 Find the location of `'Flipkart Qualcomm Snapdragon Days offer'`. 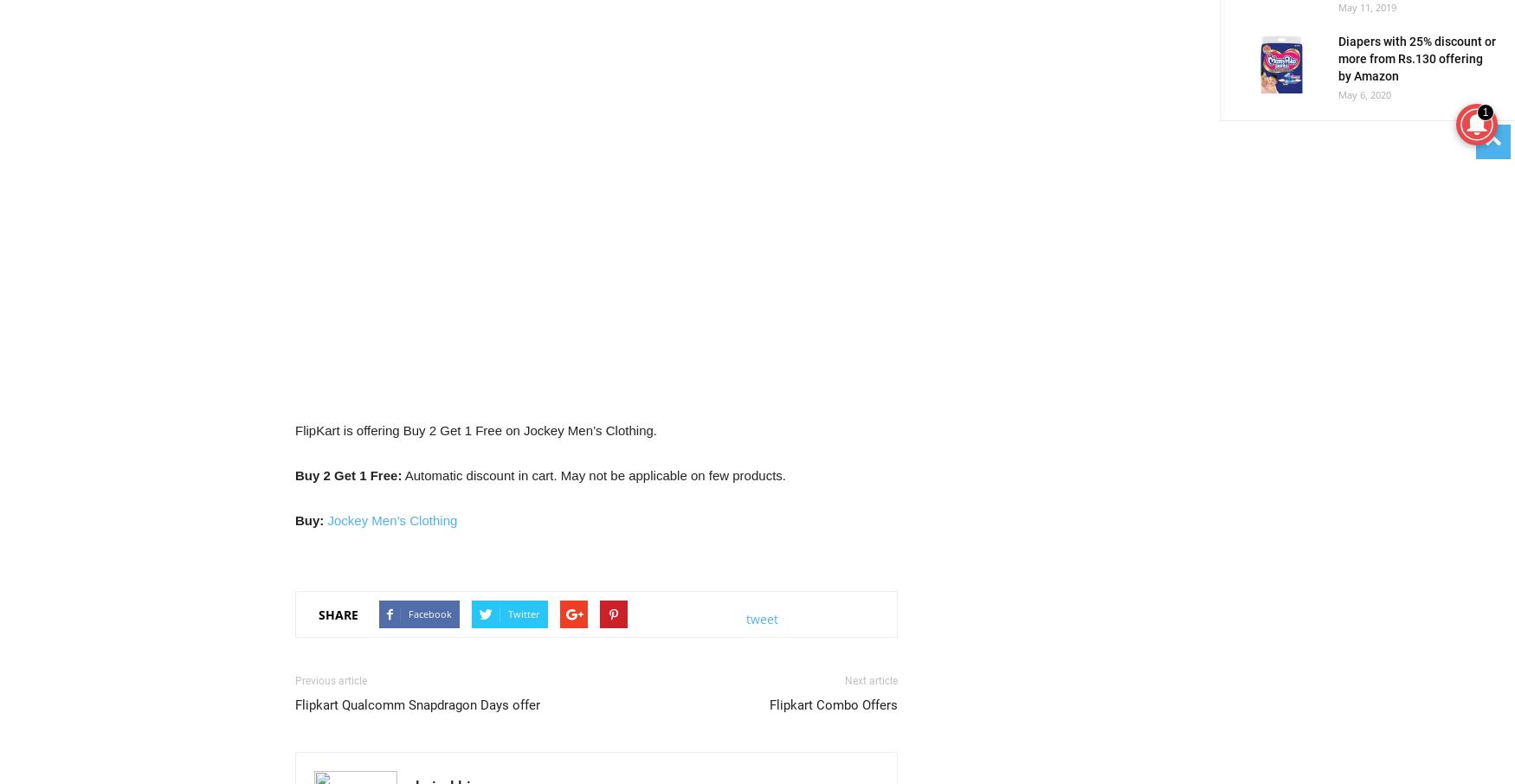

'Flipkart Qualcomm Snapdragon Days offer' is located at coordinates (417, 705).